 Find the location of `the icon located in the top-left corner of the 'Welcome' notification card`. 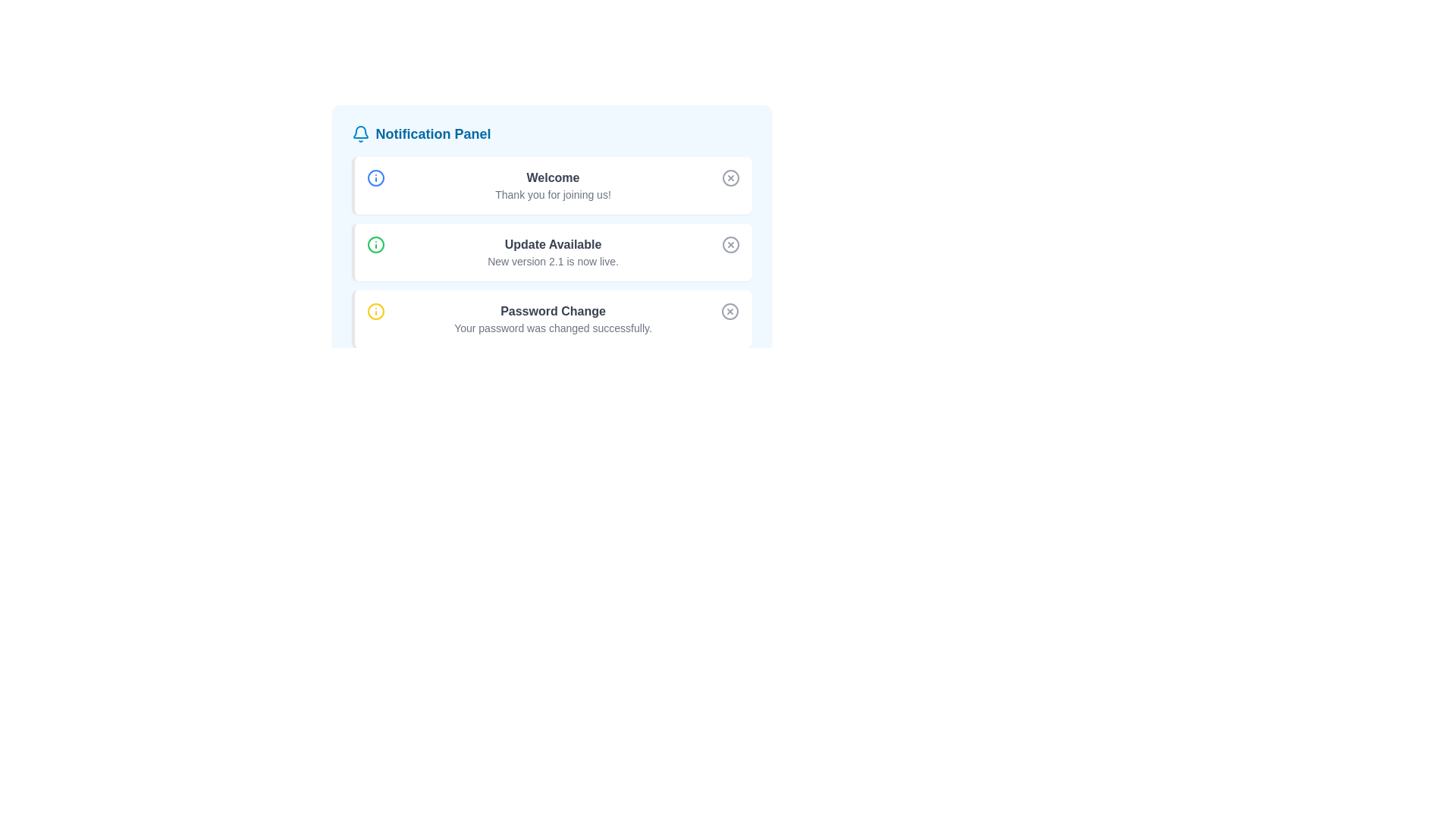

the icon located in the top-left corner of the 'Welcome' notification card is located at coordinates (375, 177).